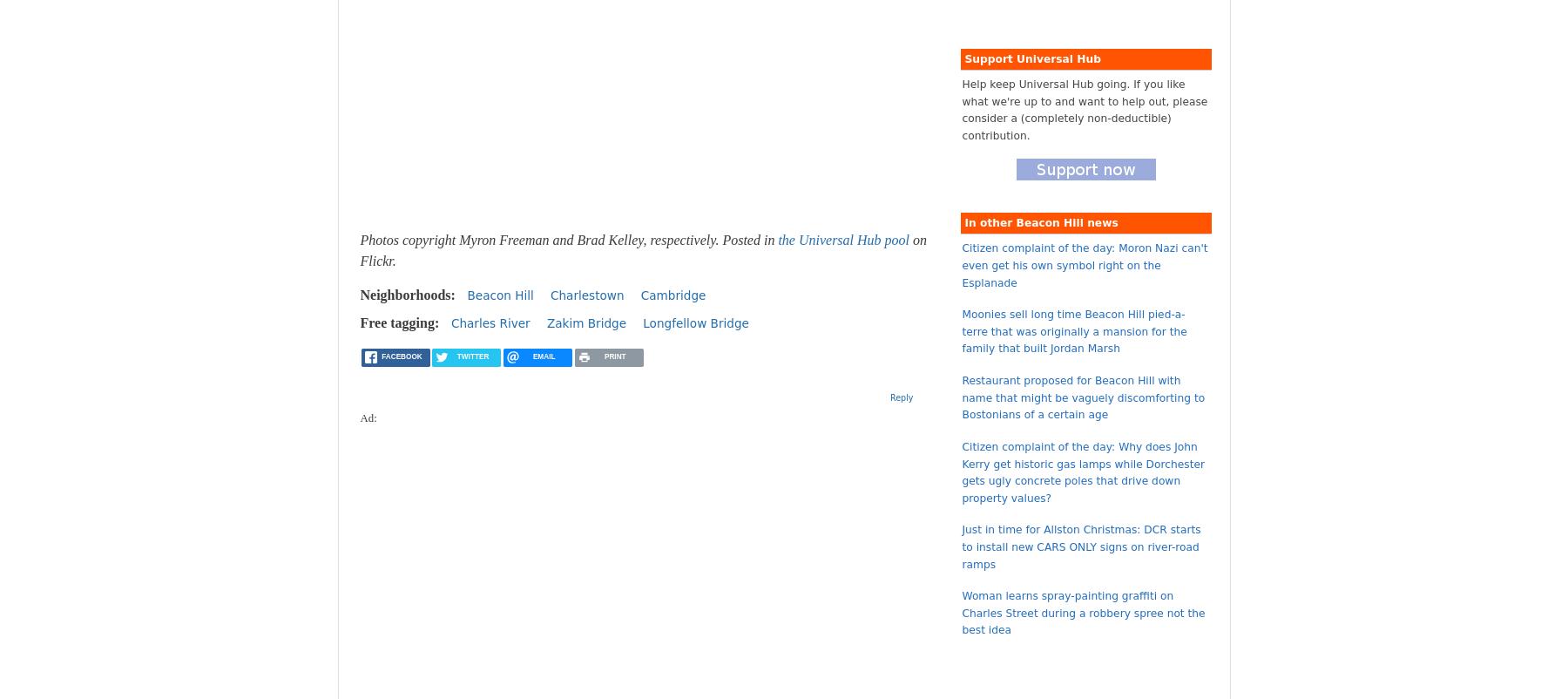 Image resolution: width=1568 pixels, height=699 pixels. Describe the element at coordinates (400, 322) in the screenshot. I see `'Free tagging:'` at that location.